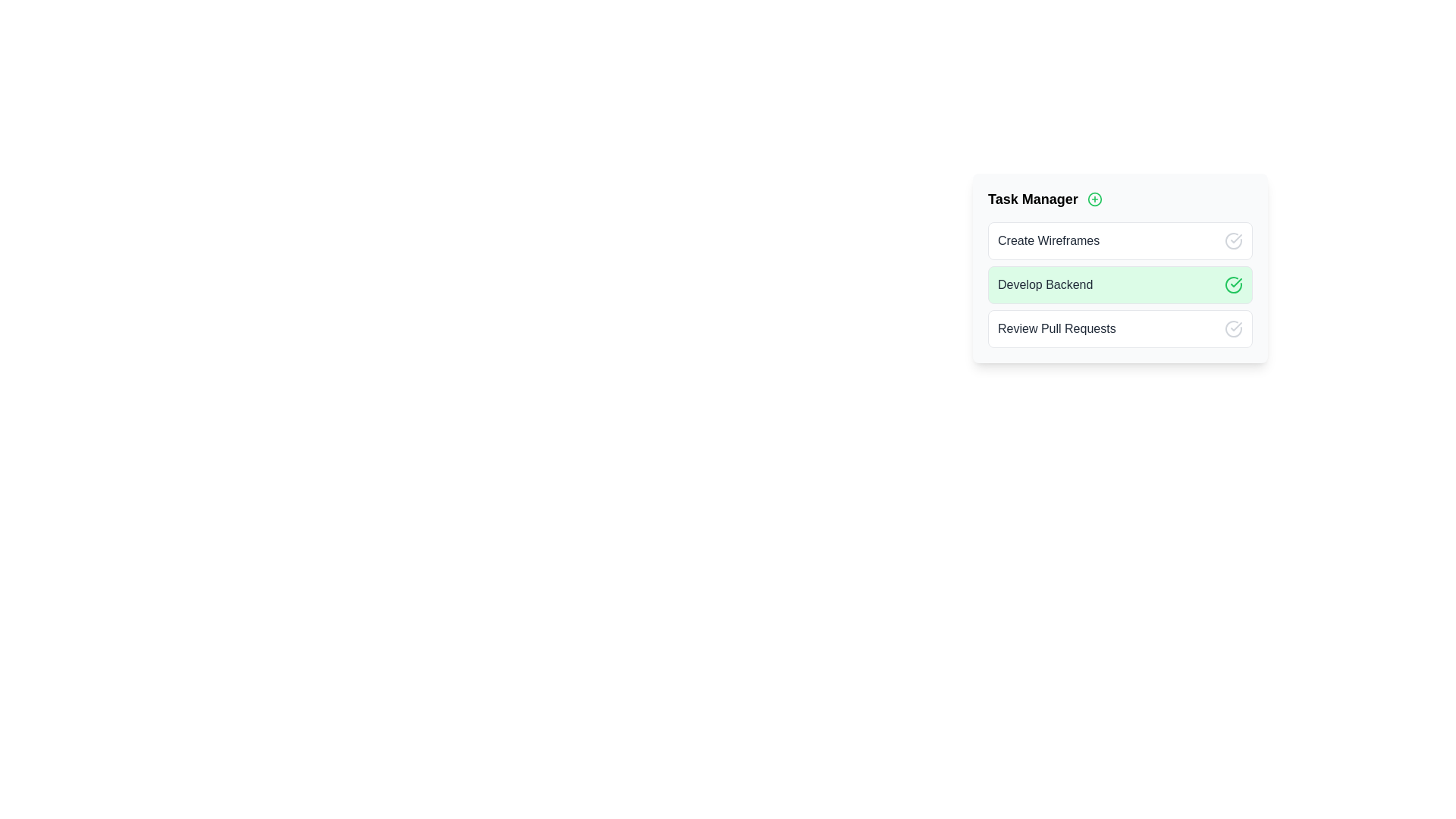 The image size is (1456, 819). What do you see at coordinates (1032, 198) in the screenshot?
I see `text label at the top-left corner of the task management interface, which indicates the purpose of the section` at bounding box center [1032, 198].